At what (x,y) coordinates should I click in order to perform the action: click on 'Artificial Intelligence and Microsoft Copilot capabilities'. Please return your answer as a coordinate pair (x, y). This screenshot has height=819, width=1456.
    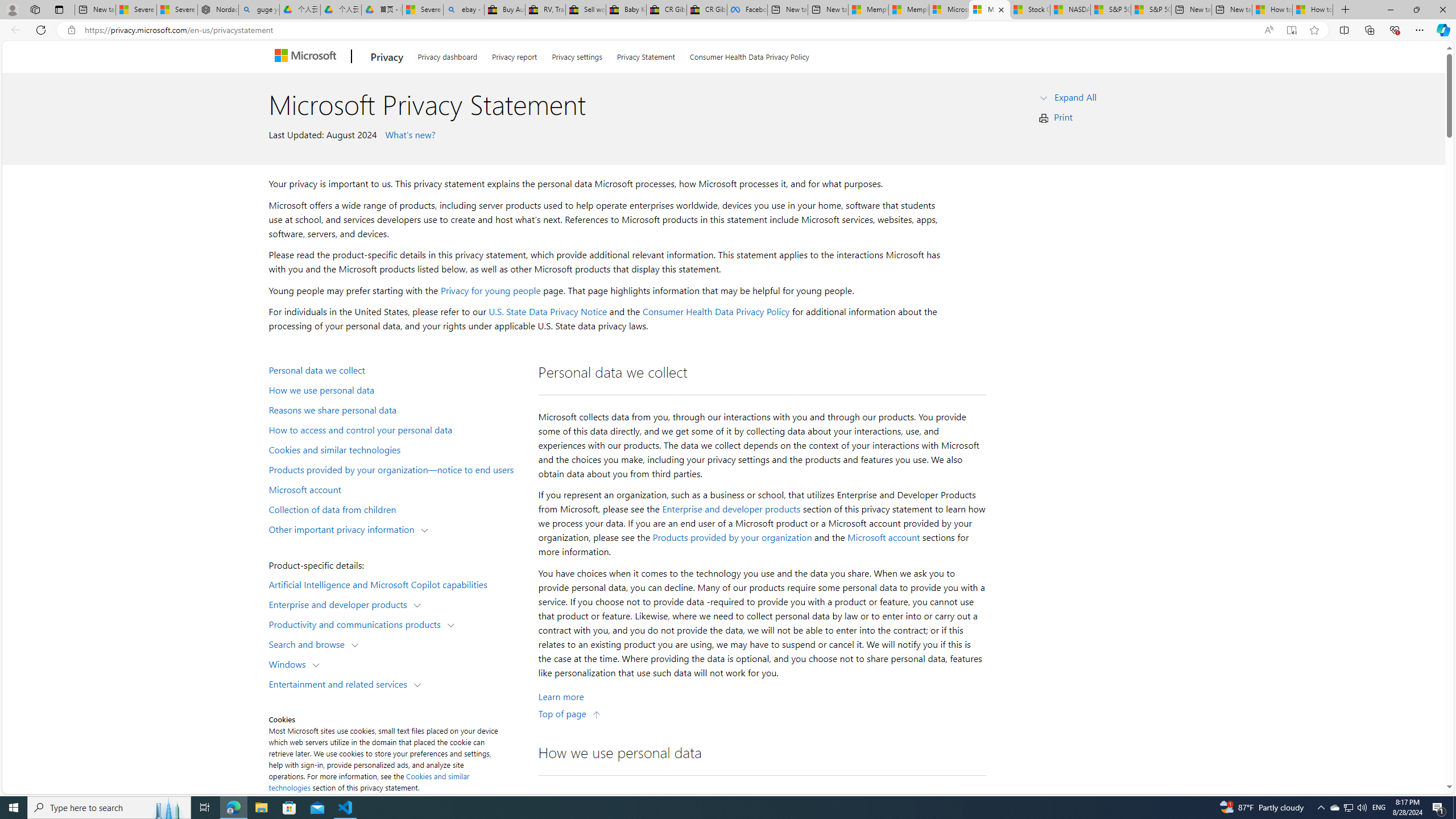
    Looking at the image, I should click on (396, 584).